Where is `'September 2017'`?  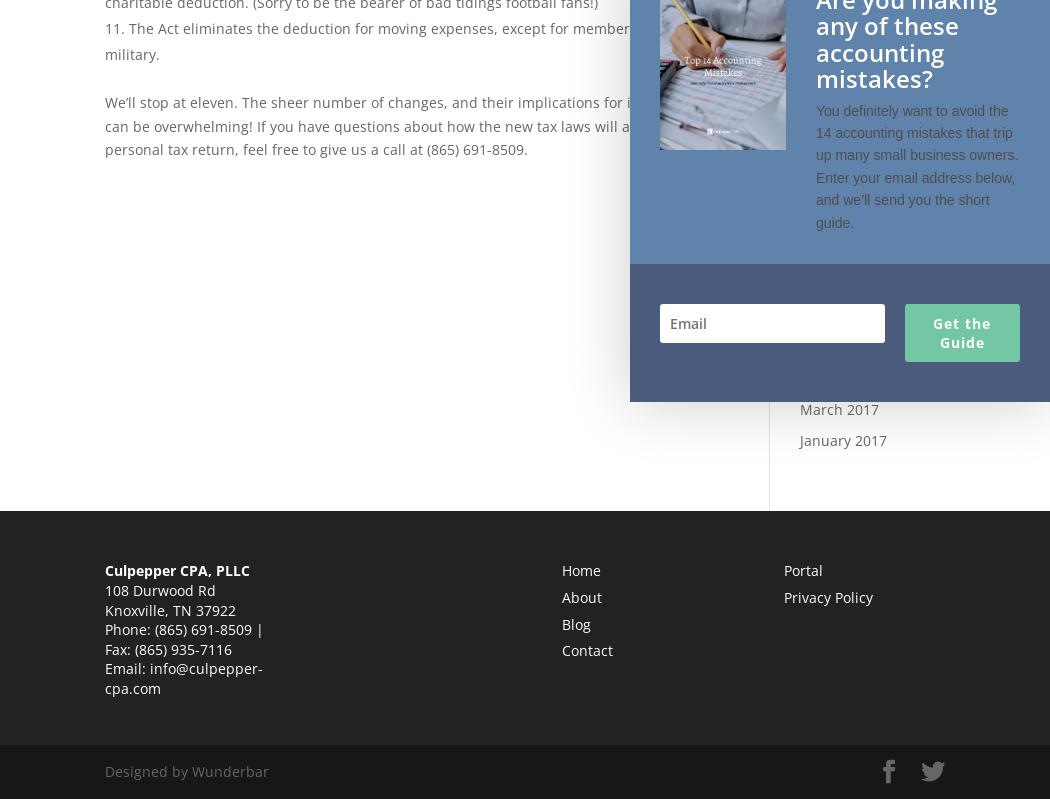 'September 2017' is located at coordinates (798, 255).